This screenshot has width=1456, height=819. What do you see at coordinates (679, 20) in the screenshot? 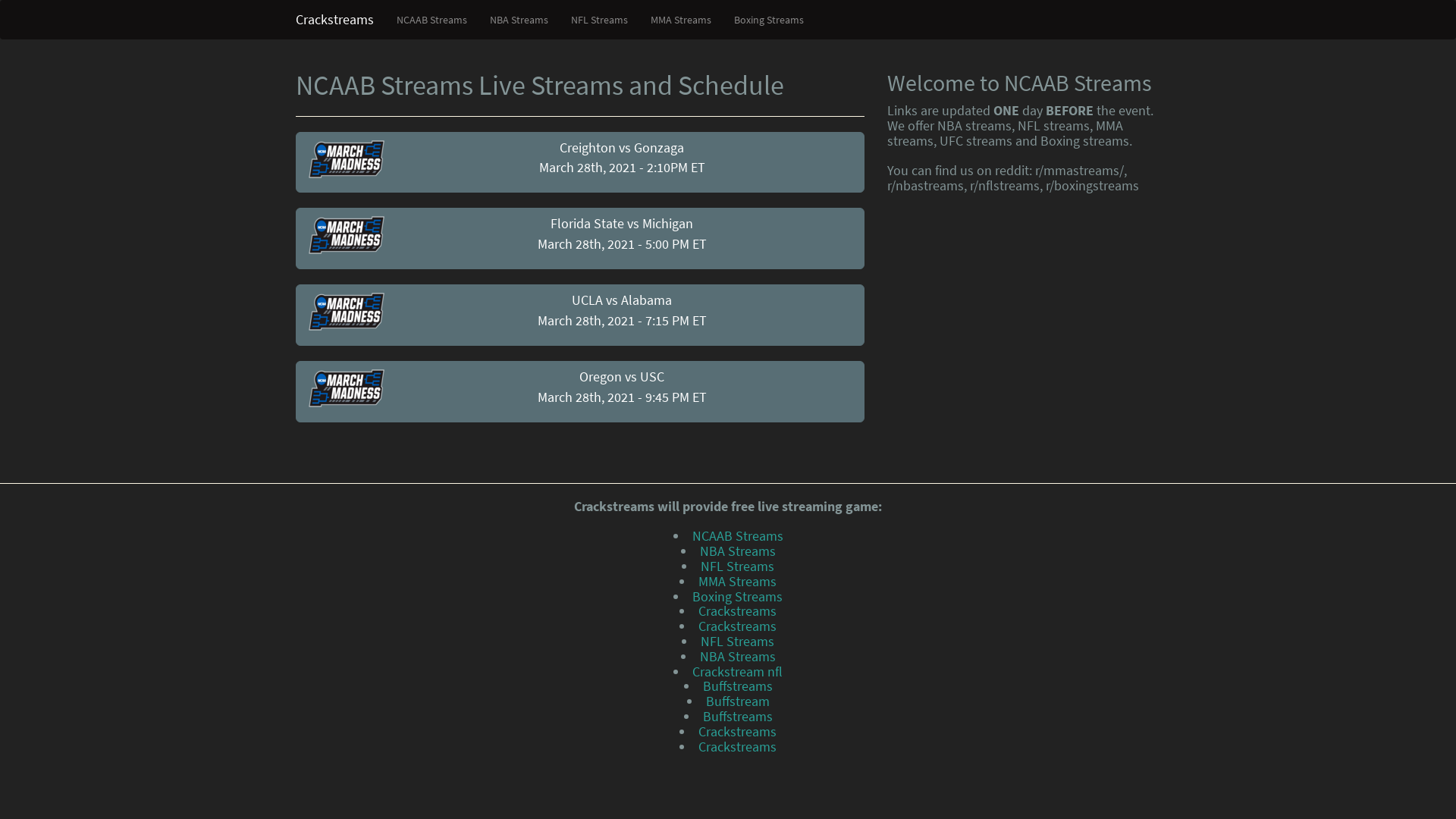
I see `'MMA Streams'` at bounding box center [679, 20].